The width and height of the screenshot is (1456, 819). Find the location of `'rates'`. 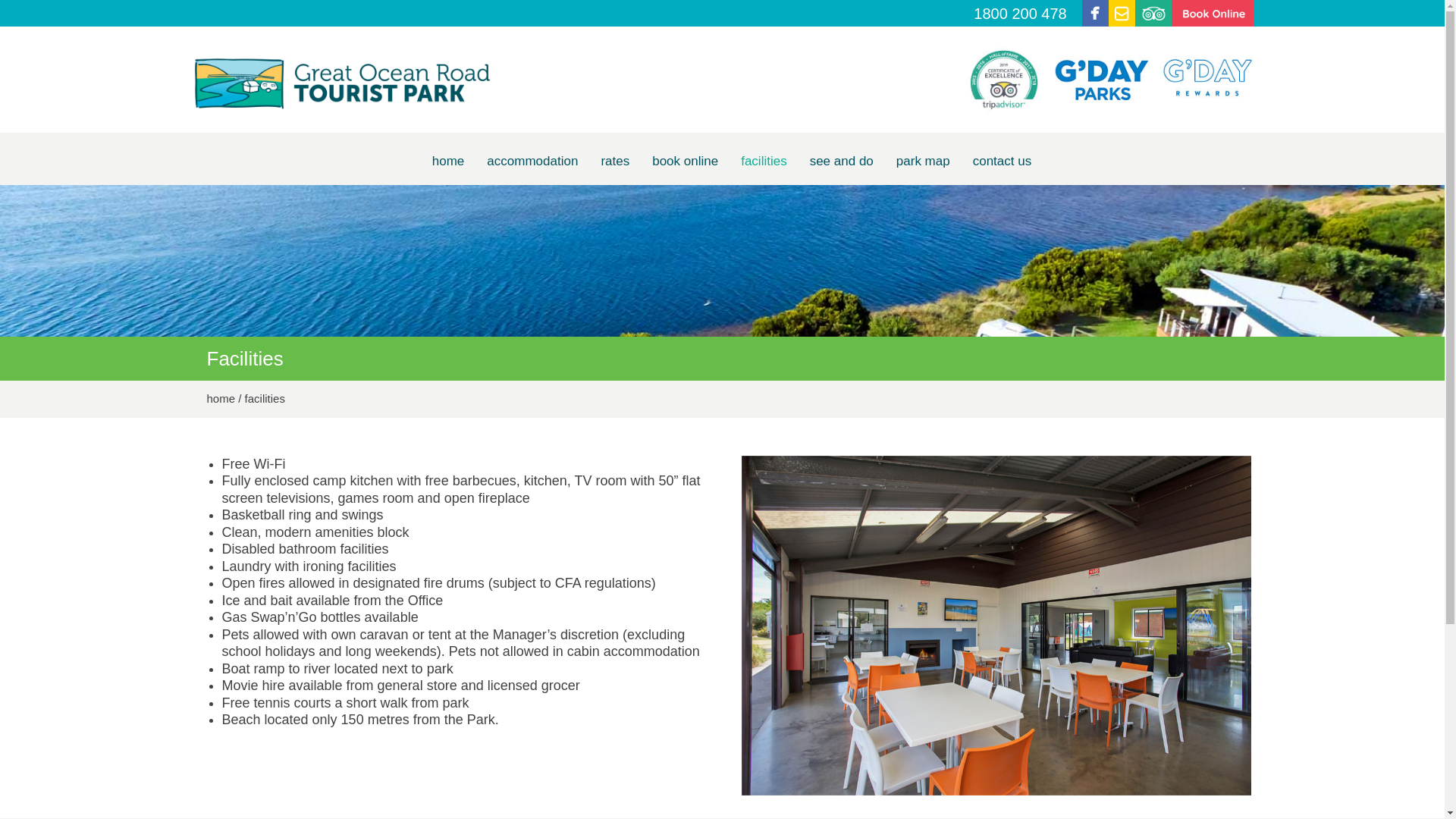

'rates' is located at coordinates (600, 161).